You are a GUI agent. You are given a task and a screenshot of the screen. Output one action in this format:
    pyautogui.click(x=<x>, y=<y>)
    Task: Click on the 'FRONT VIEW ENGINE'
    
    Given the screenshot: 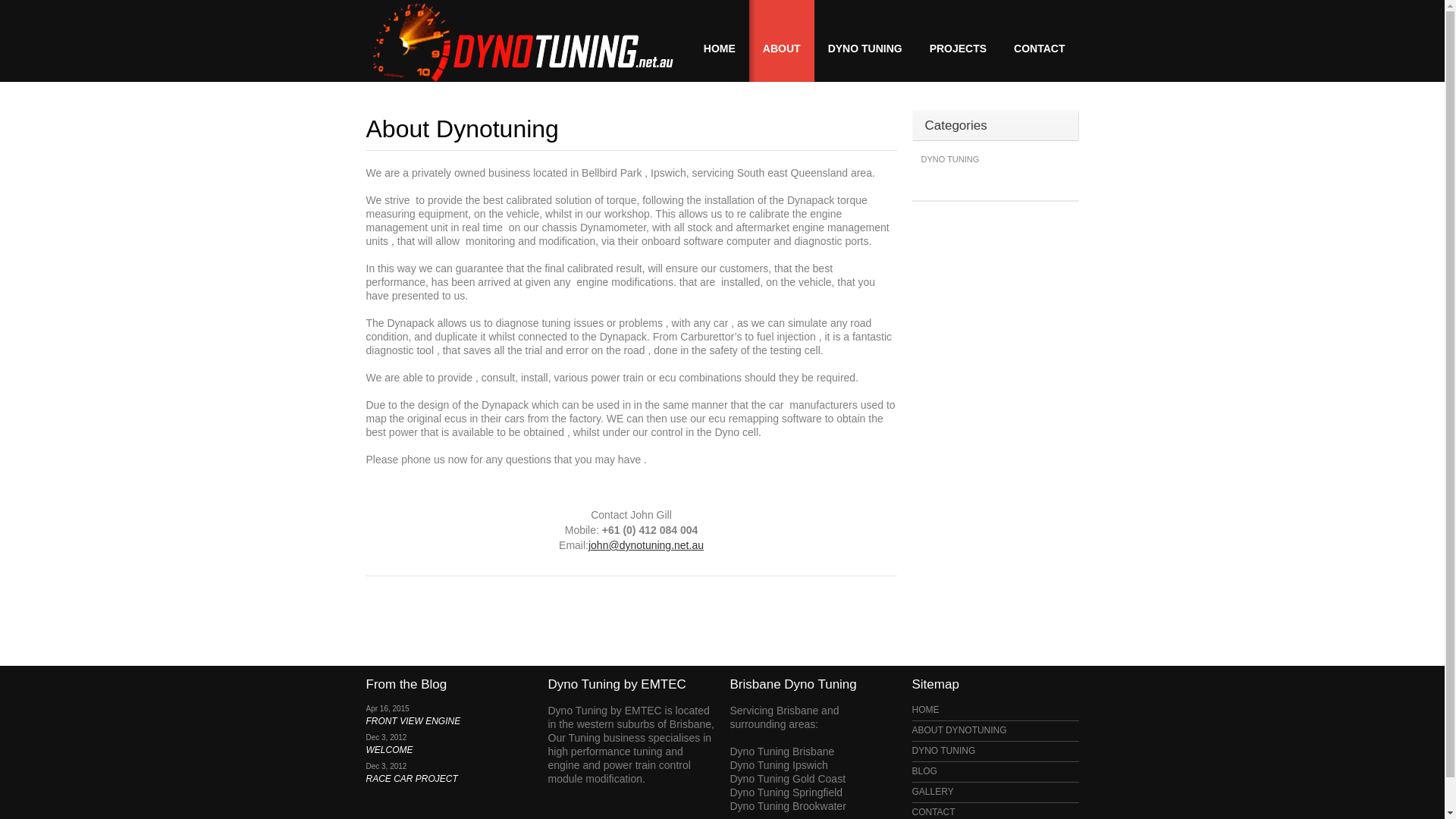 What is the action you would take?
    pyautogui.click(x=413, y=720)
    